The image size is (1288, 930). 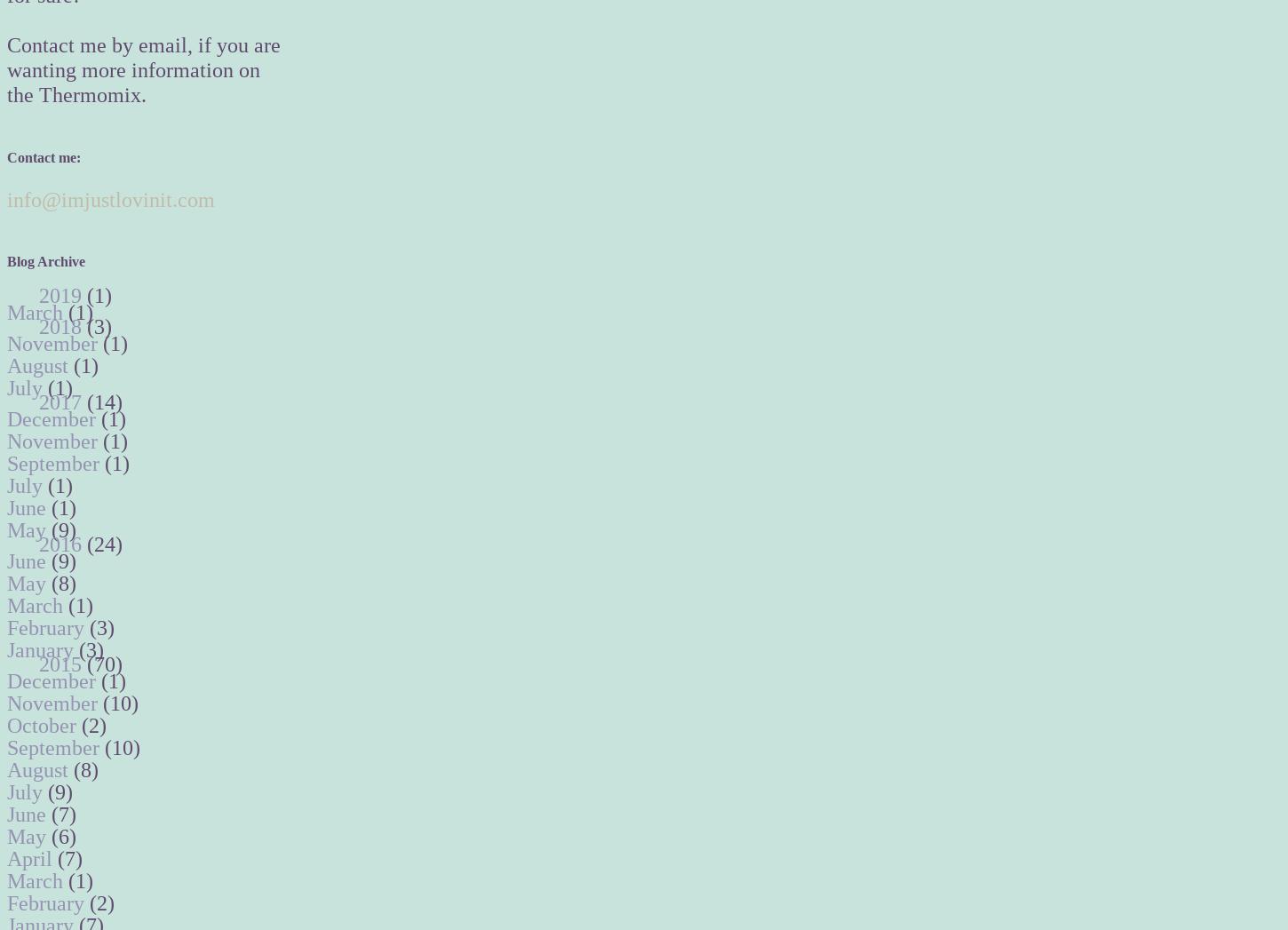 What do you see at coordinates (6, 260) in the screenshot?
I see `'Blog Archive'` at bounding box center [6, 260].